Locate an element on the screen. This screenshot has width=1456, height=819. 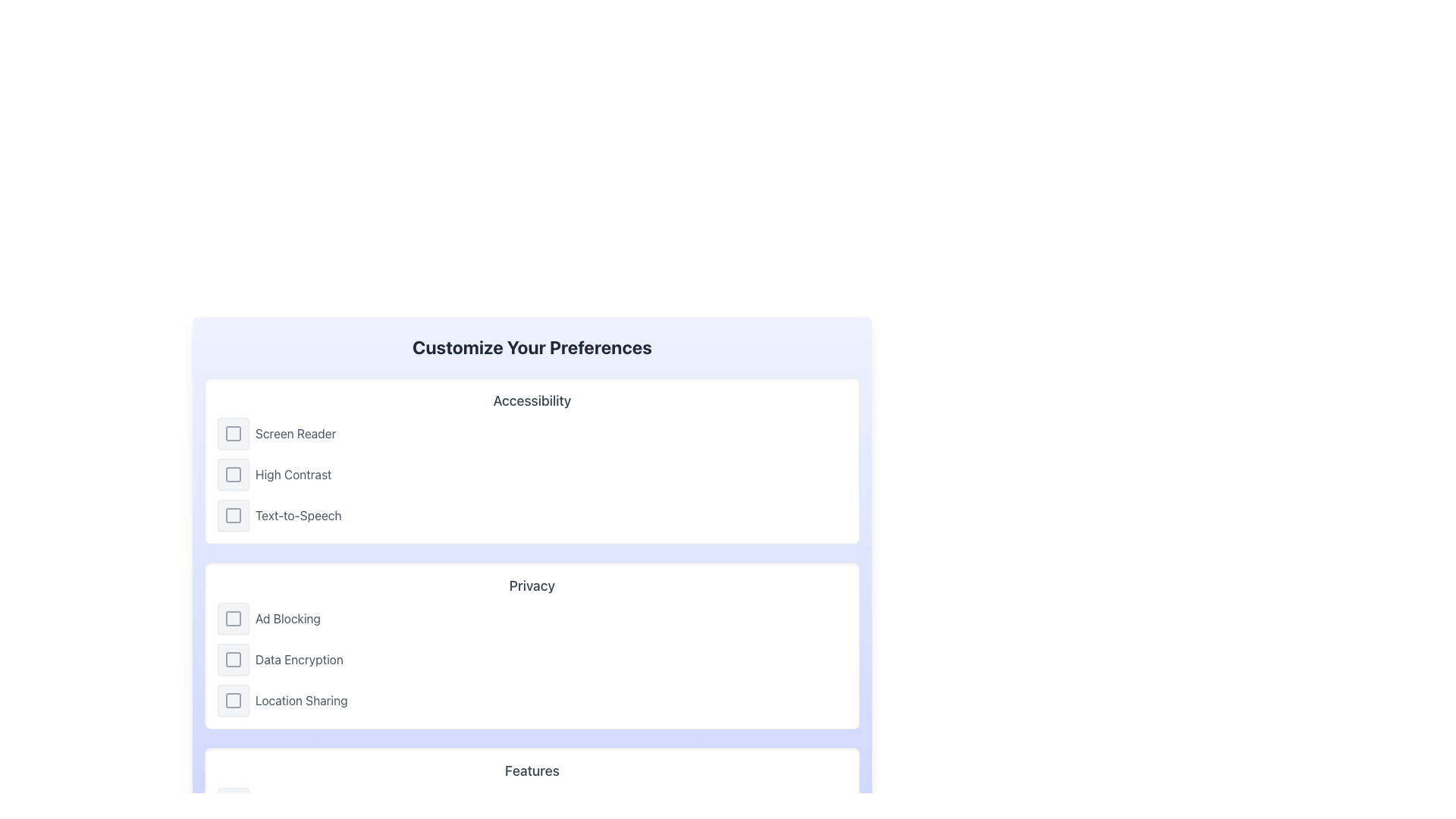
the second checkbox option in the 'Privacy' section, which is located on the left side of the 'Data Encryption' label is located at coordinates (232, 659).